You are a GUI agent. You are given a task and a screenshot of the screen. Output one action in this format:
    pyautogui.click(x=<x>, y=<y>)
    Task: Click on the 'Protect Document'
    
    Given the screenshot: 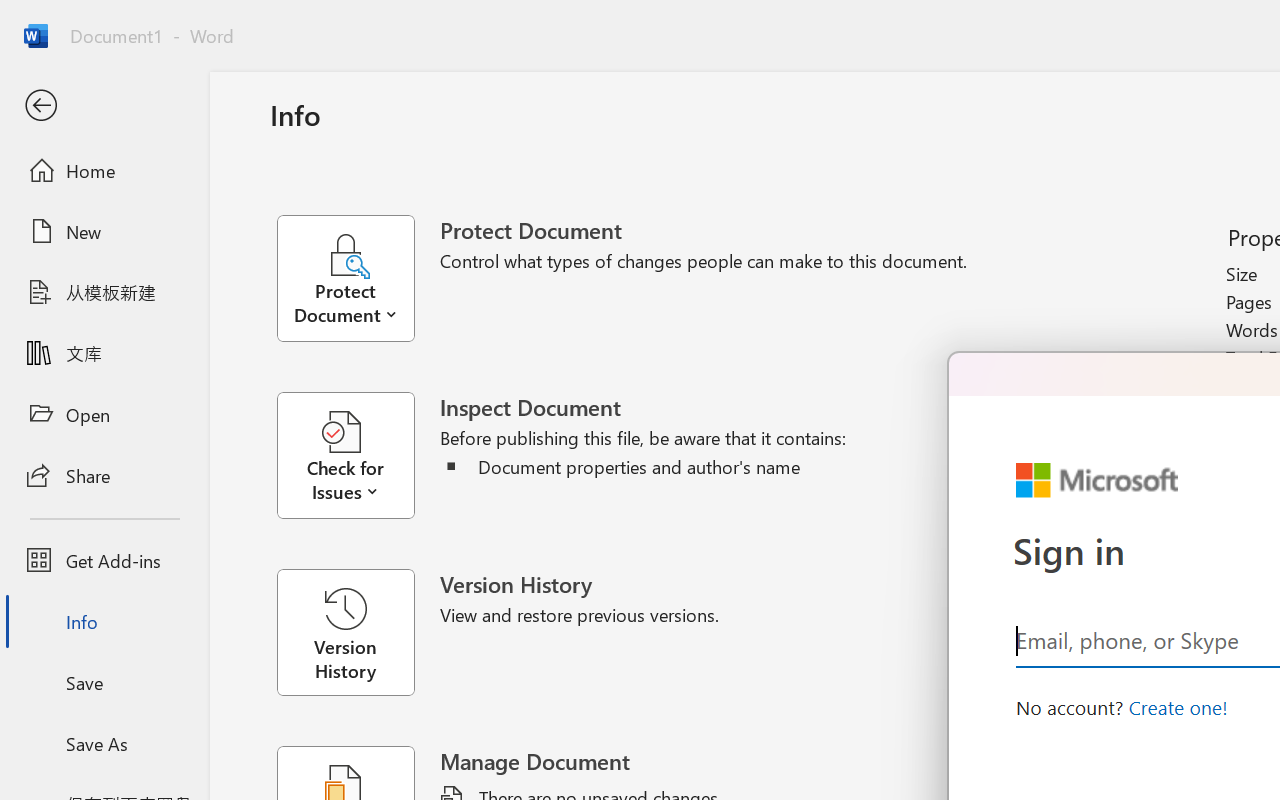 What is the action you would take?
    pyautogui.click(x=358, y=278)
    